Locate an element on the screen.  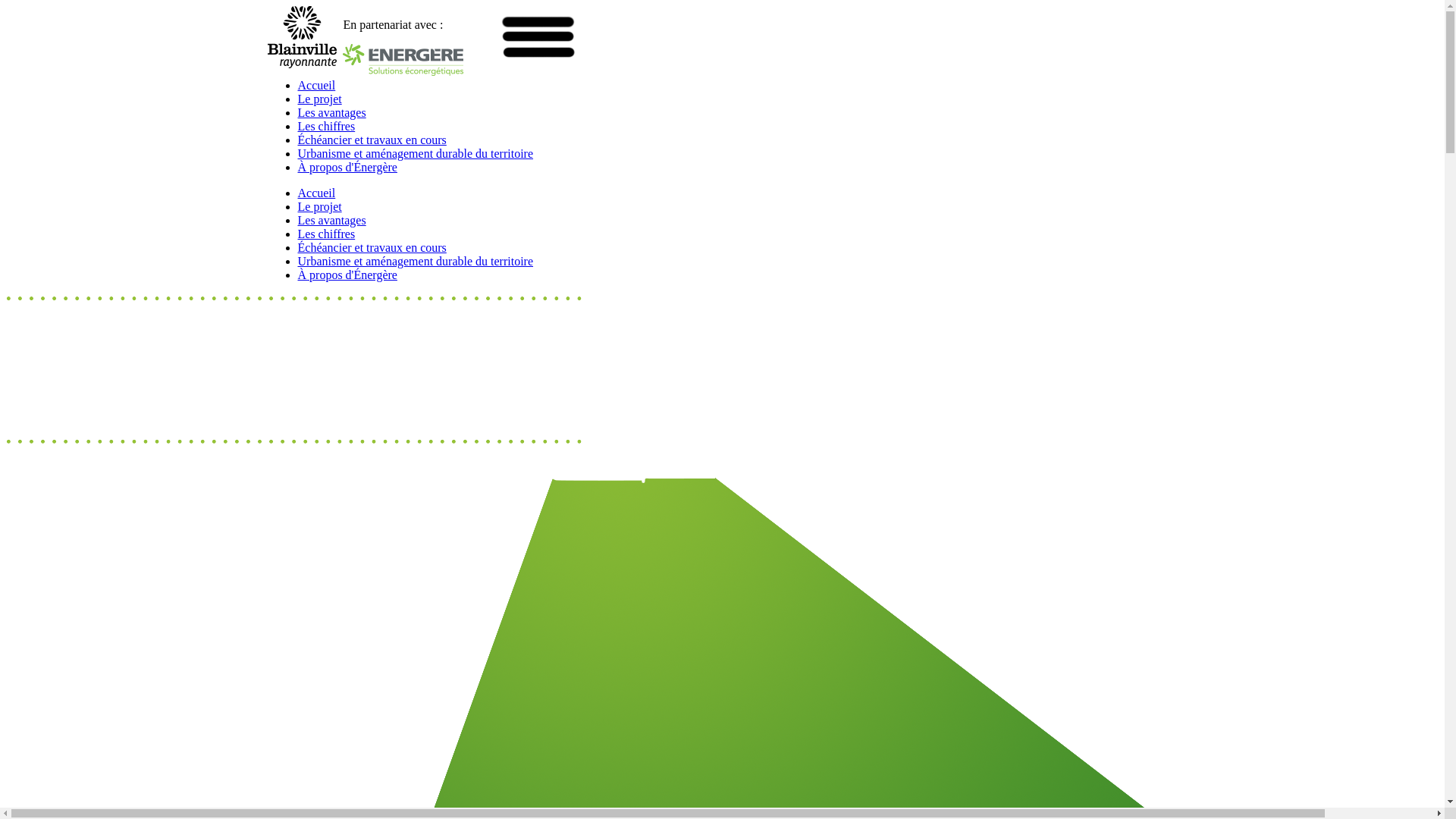
'Le projet' is located at coordinates (318, 99).